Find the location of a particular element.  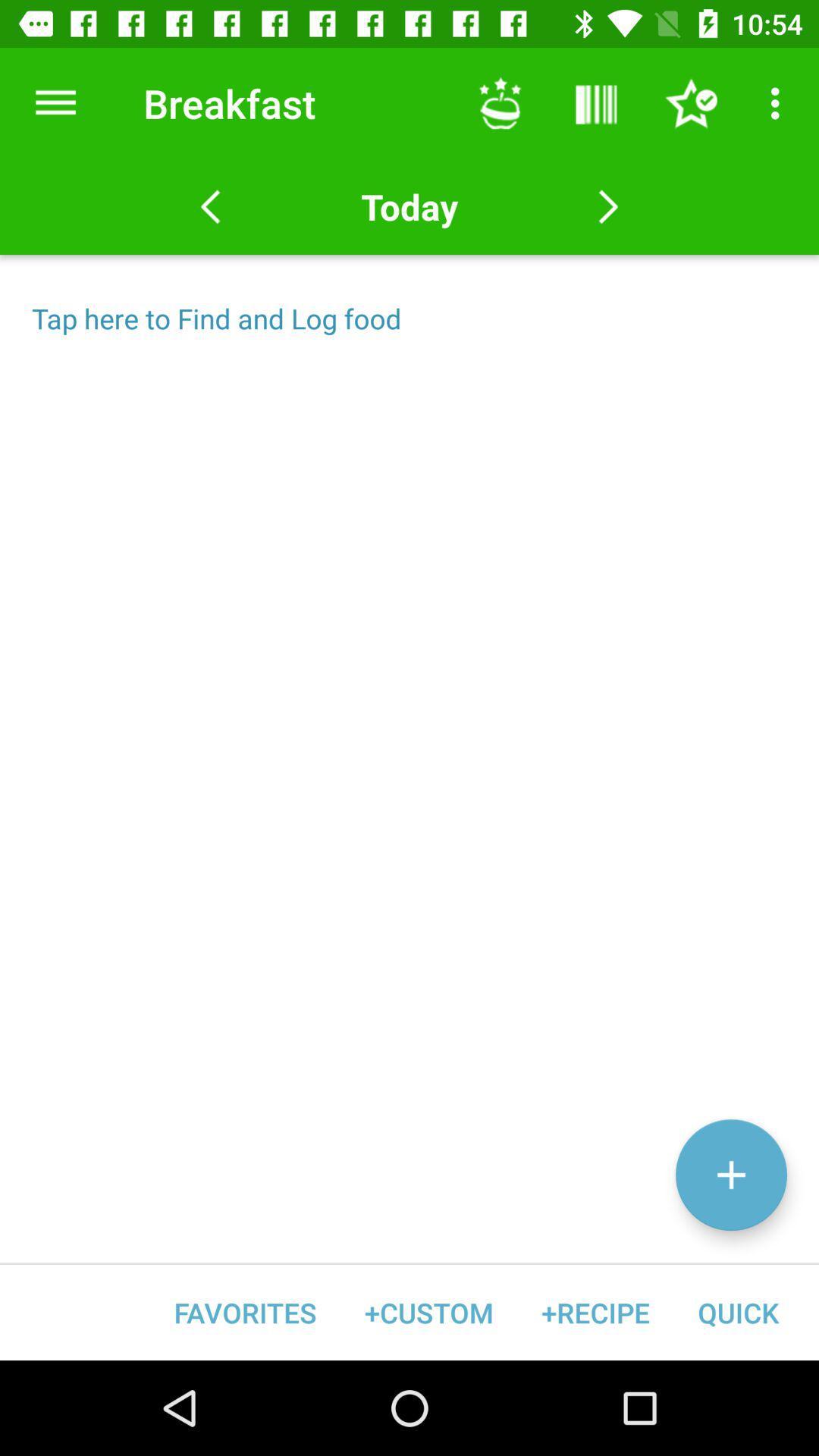

item to the left of +recipe icon is located at coordinates (428, 1312).